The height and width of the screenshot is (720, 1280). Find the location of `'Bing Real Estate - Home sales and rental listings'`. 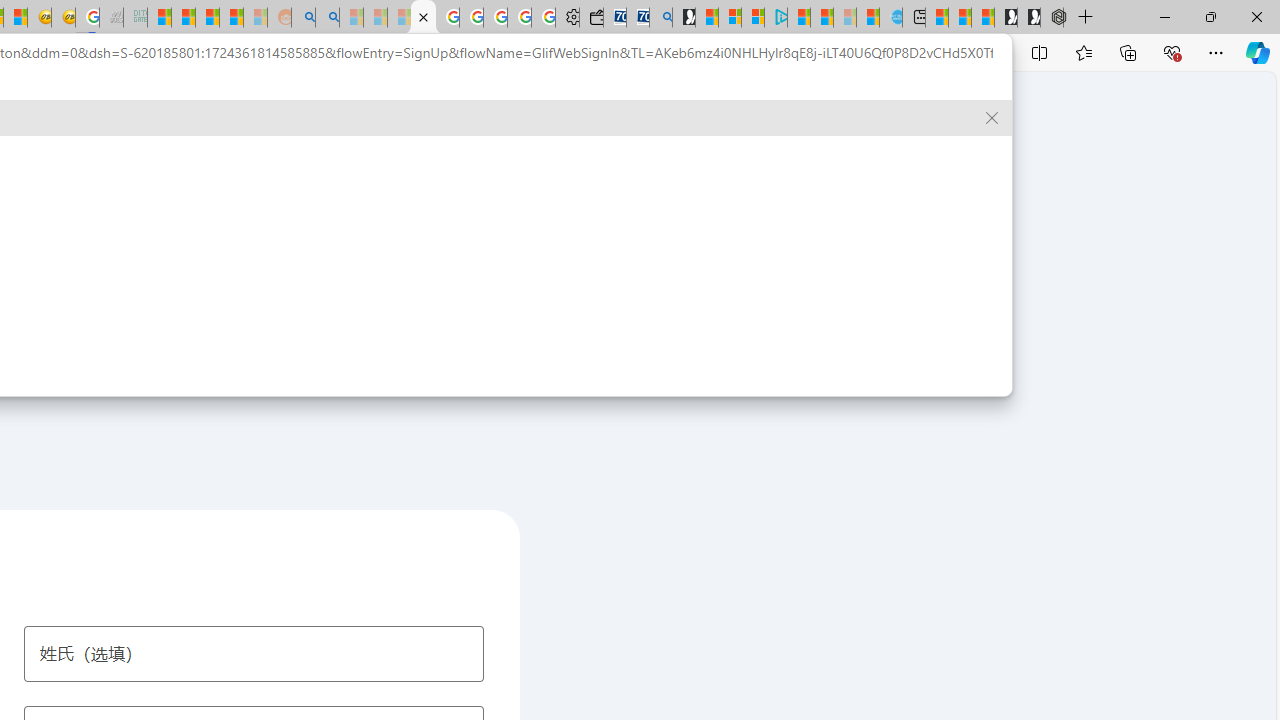

'Bing Real Estate - Home sales and rental listings' is located at coordinates (661, 17).